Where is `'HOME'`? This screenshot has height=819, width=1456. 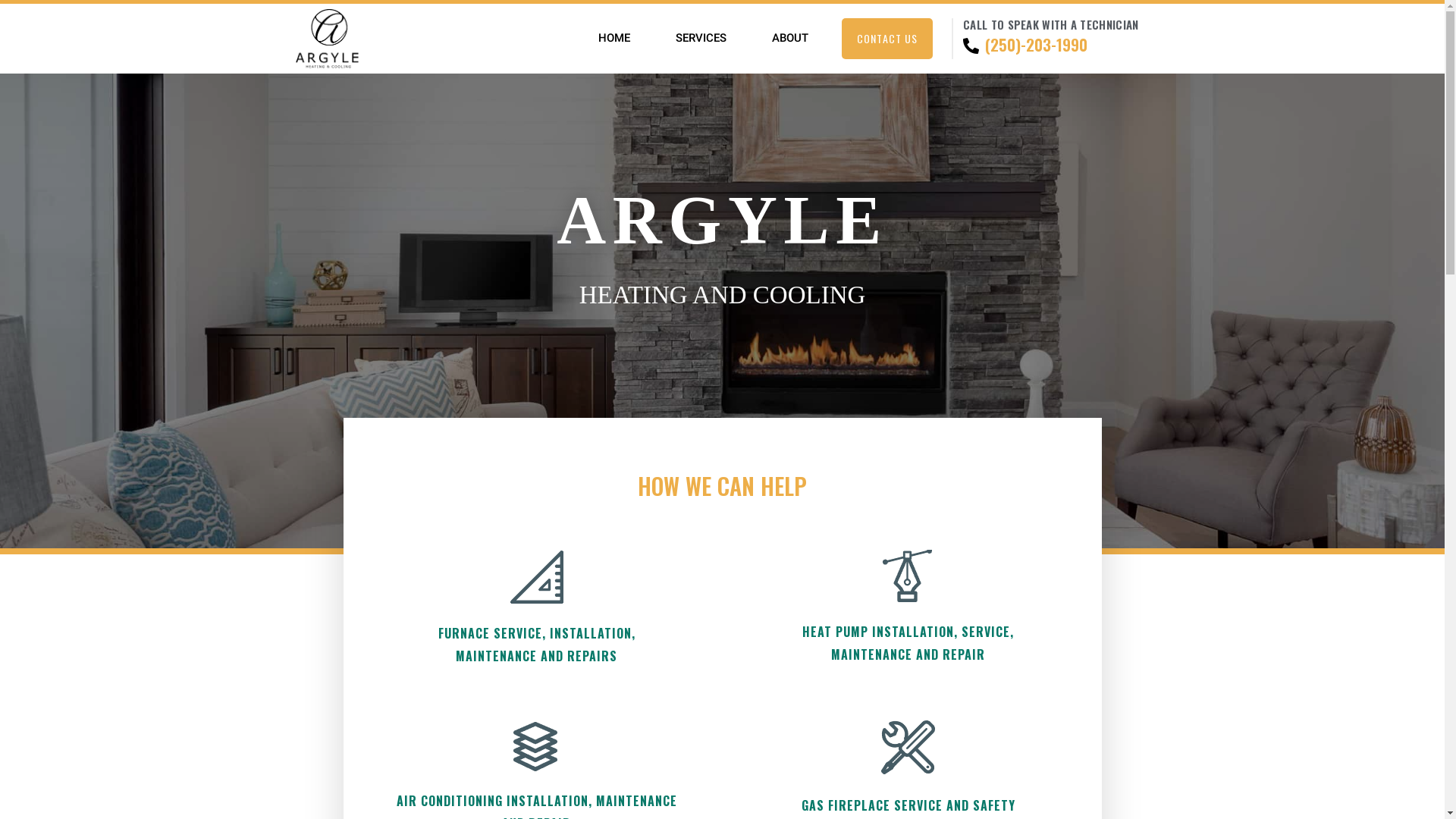
'HOME' is located at coordinates (614, 37).